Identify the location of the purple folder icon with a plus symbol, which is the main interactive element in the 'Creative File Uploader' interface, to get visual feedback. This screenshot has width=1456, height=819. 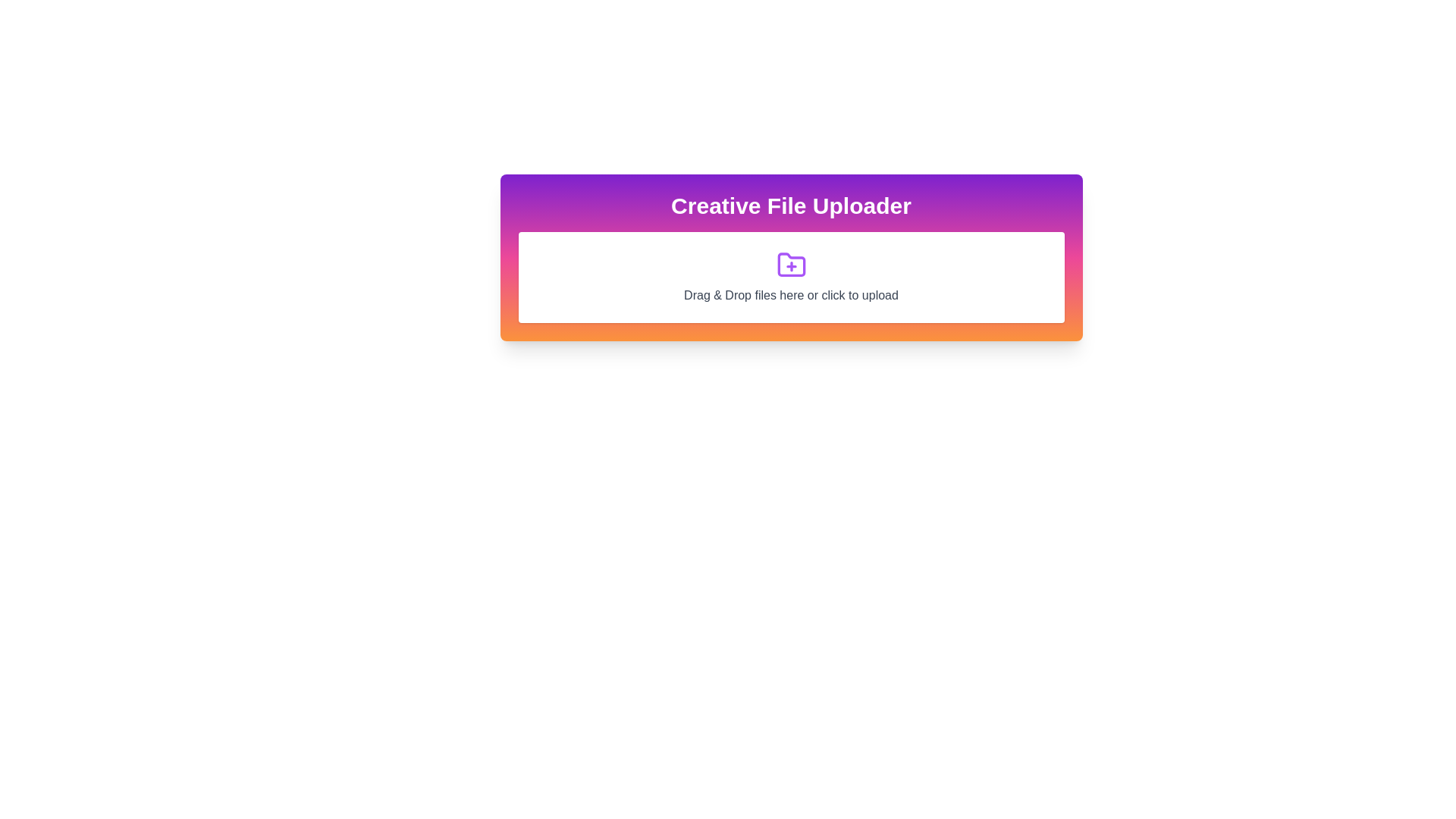
(790, 264).